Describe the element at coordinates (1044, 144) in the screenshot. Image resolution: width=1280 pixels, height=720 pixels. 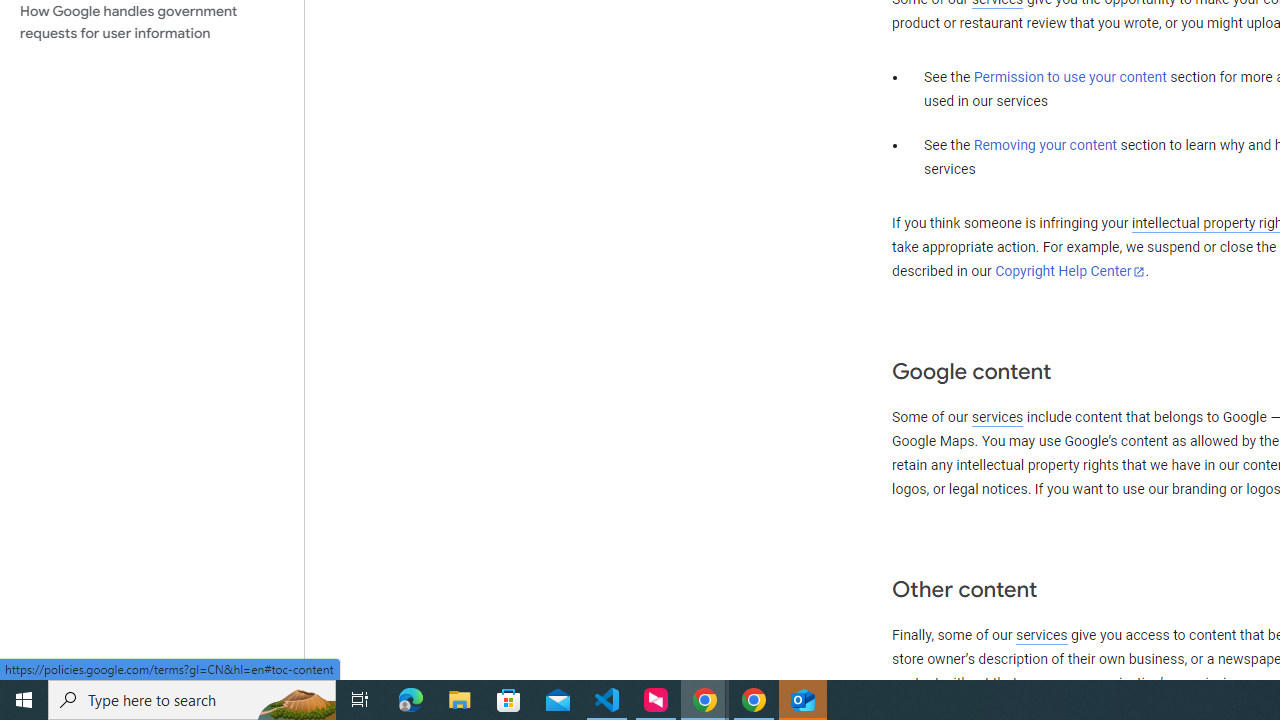
I see `'Removing your content'` at that location.